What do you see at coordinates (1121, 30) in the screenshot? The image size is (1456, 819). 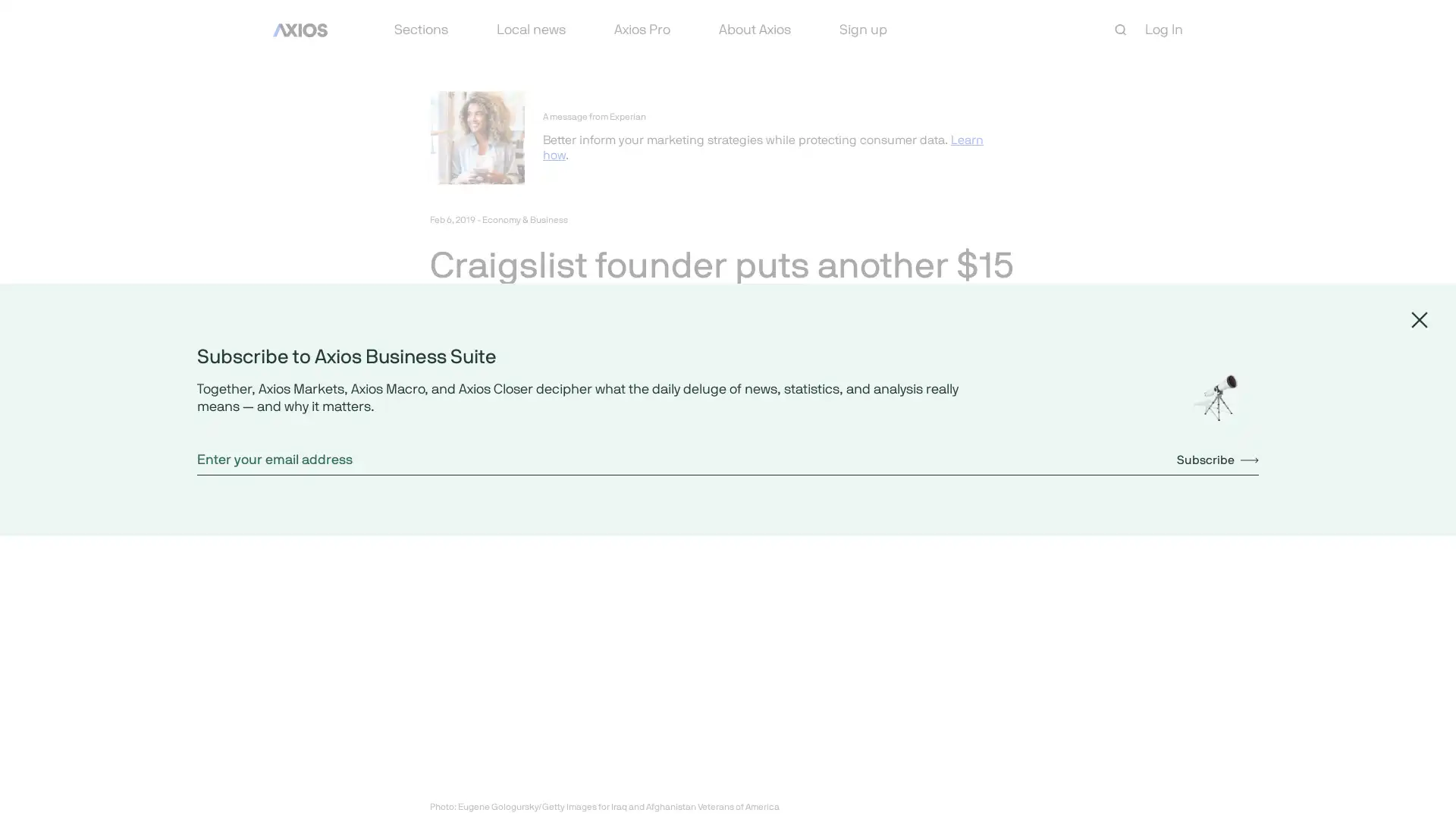 I see `open search` at bounding box center [1121, 30].